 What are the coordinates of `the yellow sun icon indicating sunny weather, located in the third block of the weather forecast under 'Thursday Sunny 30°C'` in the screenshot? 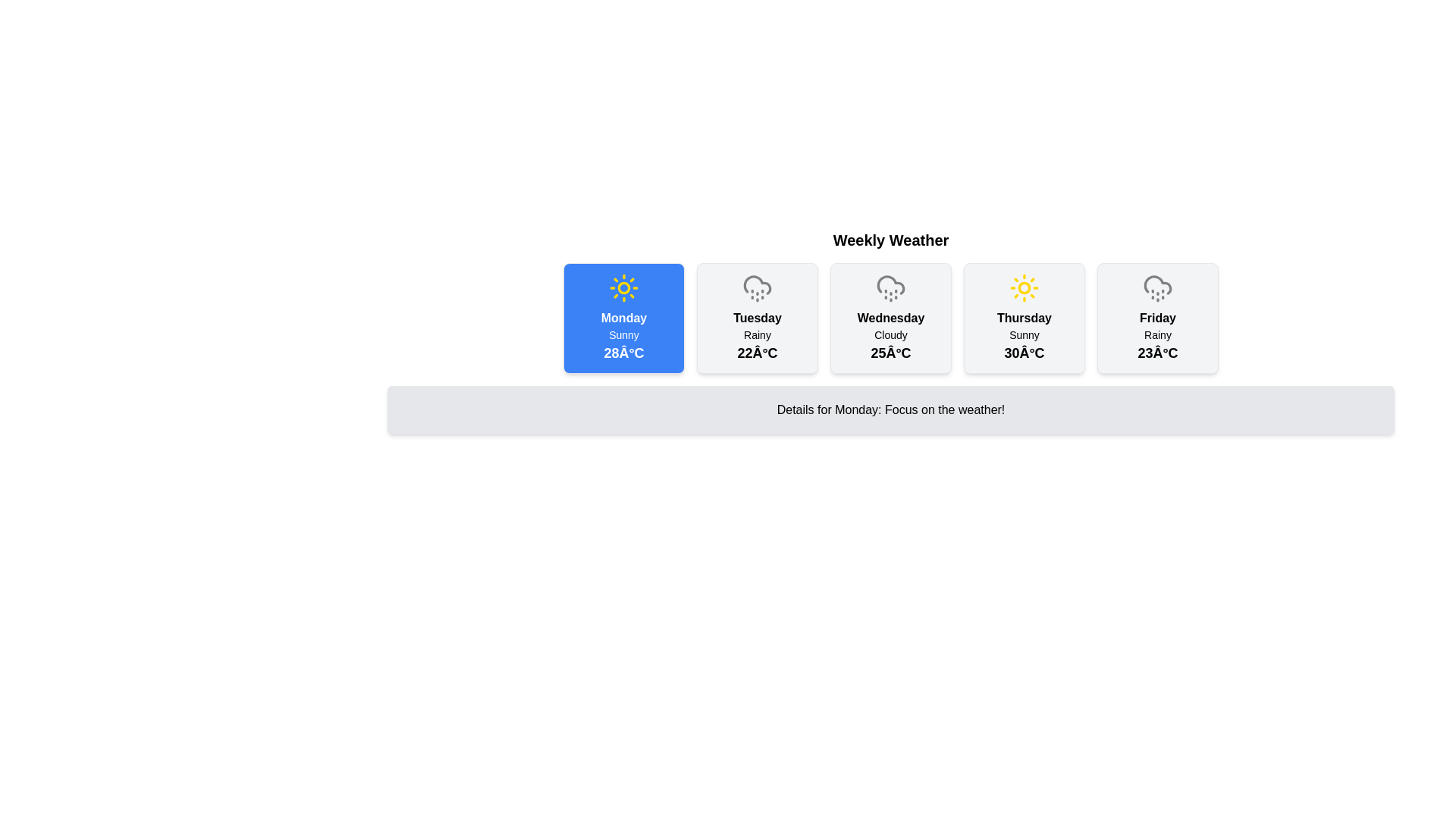 It's located at (1024, 288).